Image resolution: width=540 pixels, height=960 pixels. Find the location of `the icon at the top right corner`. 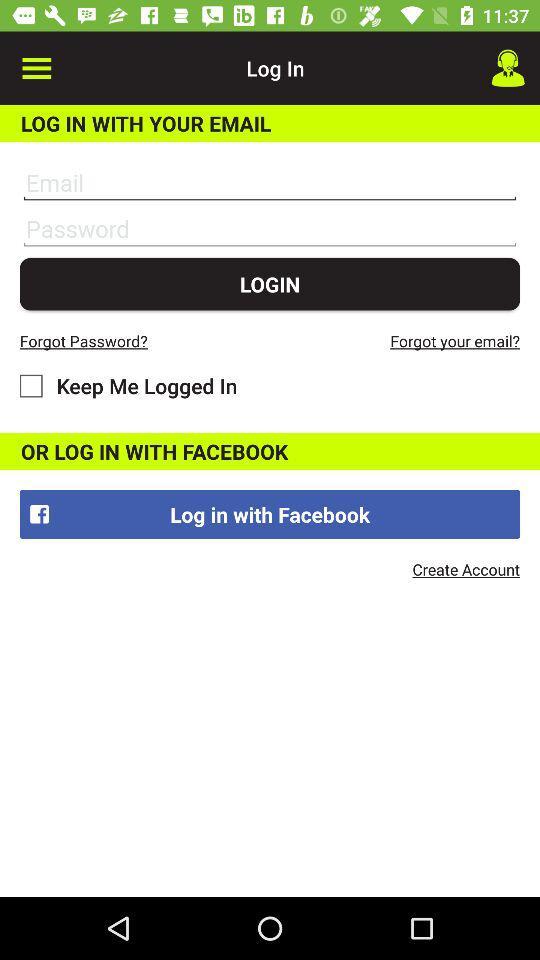

the icon at the top right corner is located at coordinates (508, 68).